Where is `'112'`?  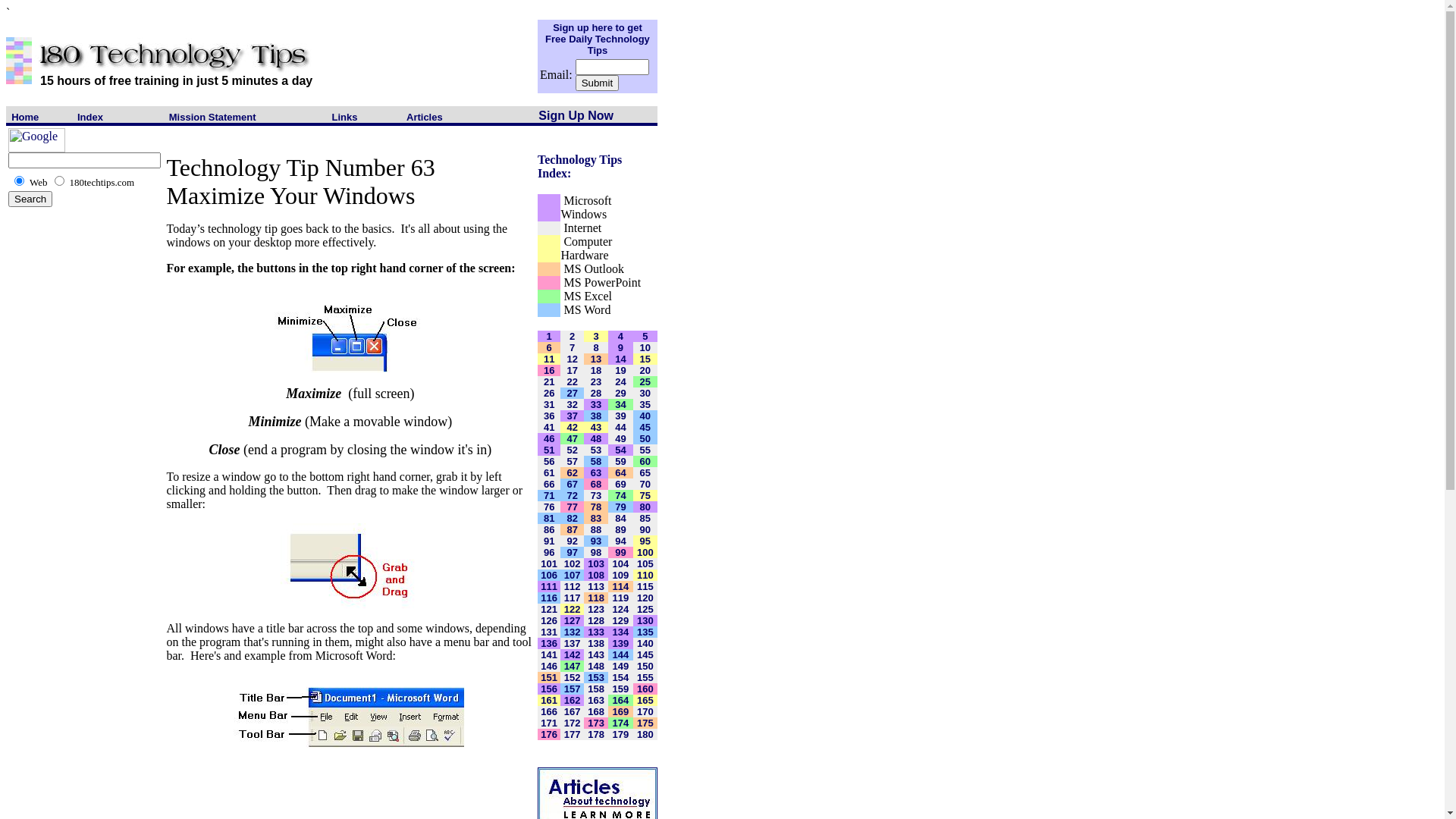
'112' is located at coordinates (571, 585).